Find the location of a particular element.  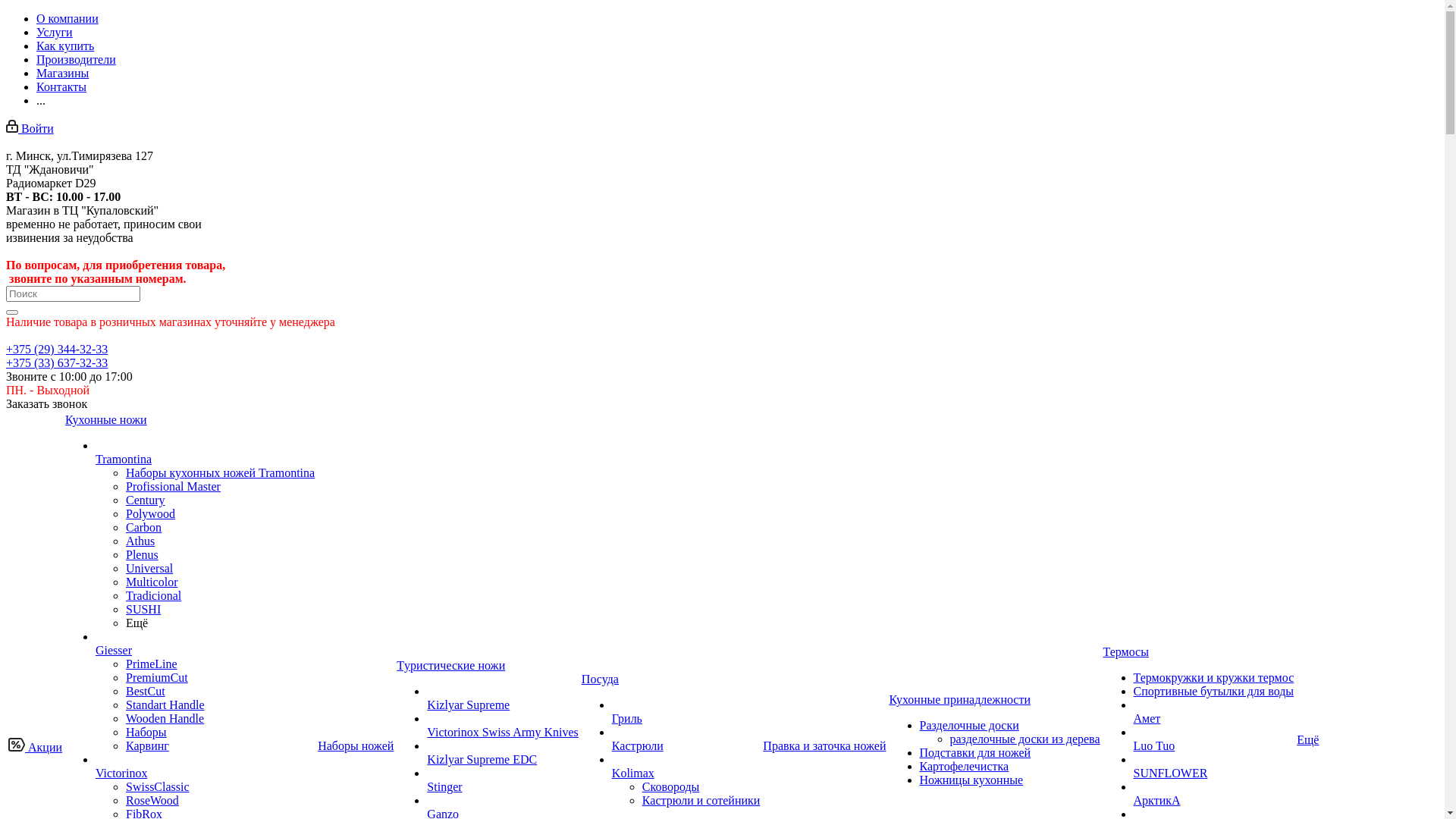

'Standart Handle' is located at coordinates (165, 704).